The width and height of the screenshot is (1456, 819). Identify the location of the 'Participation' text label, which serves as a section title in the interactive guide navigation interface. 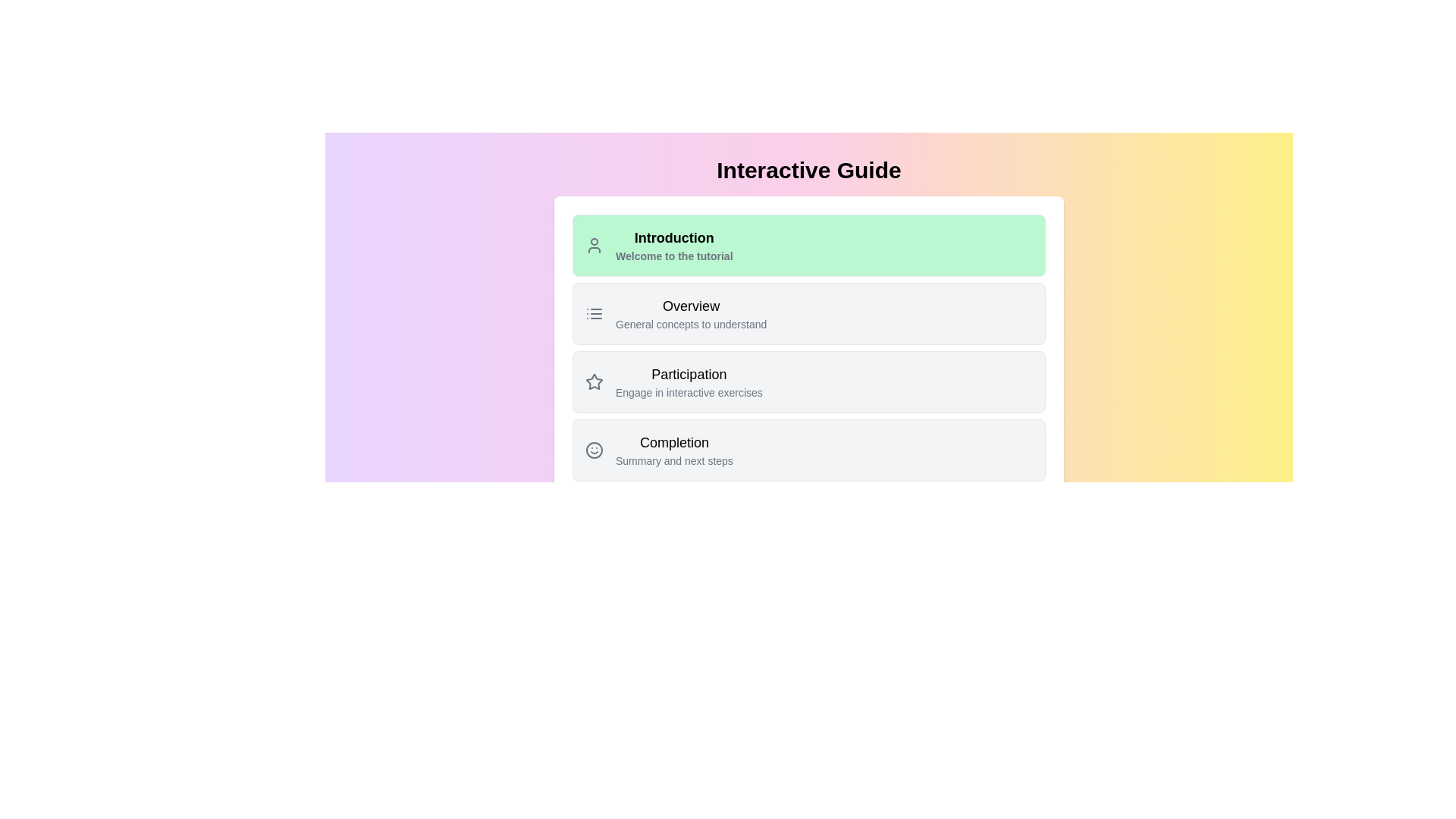
(688, 374).